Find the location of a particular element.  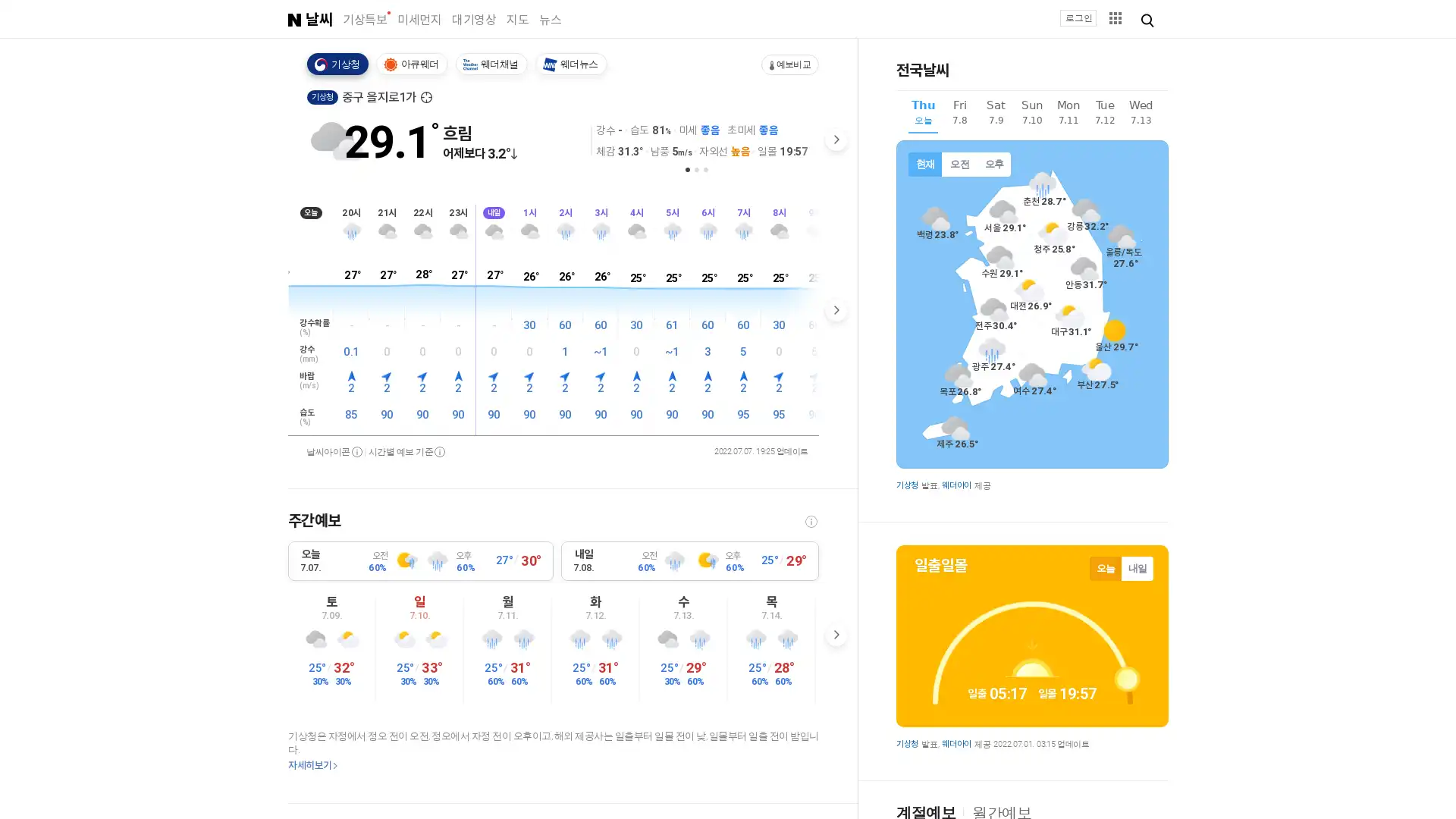

Tue 7.12 is located at coordinates (1105, 114).